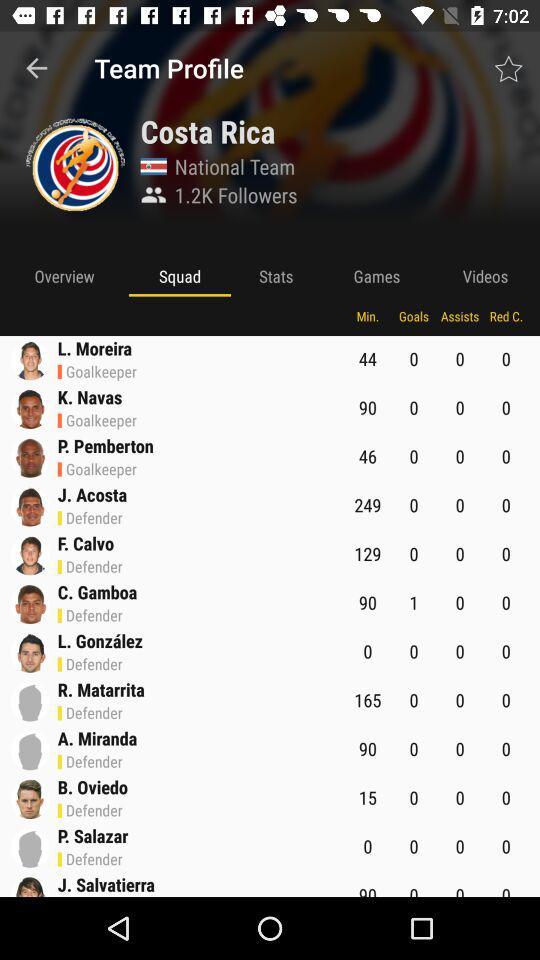 The height and width of the screenshot is (960, 540). Describe the element at coordinates (376, 275) in the screenshot. I see `item to the left of videos icon` at that location.